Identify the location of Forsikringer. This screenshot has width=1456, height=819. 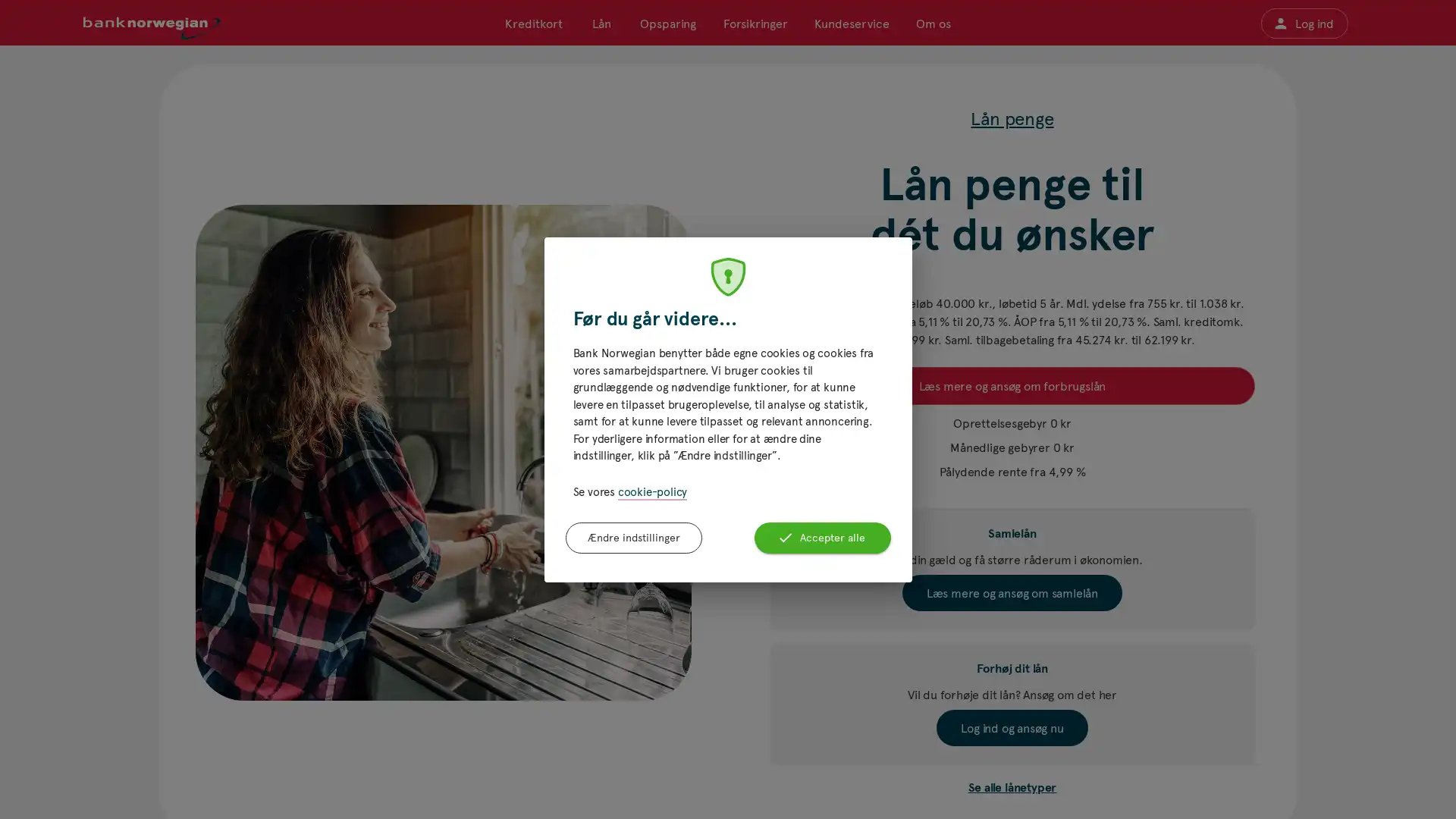
(755, 23).